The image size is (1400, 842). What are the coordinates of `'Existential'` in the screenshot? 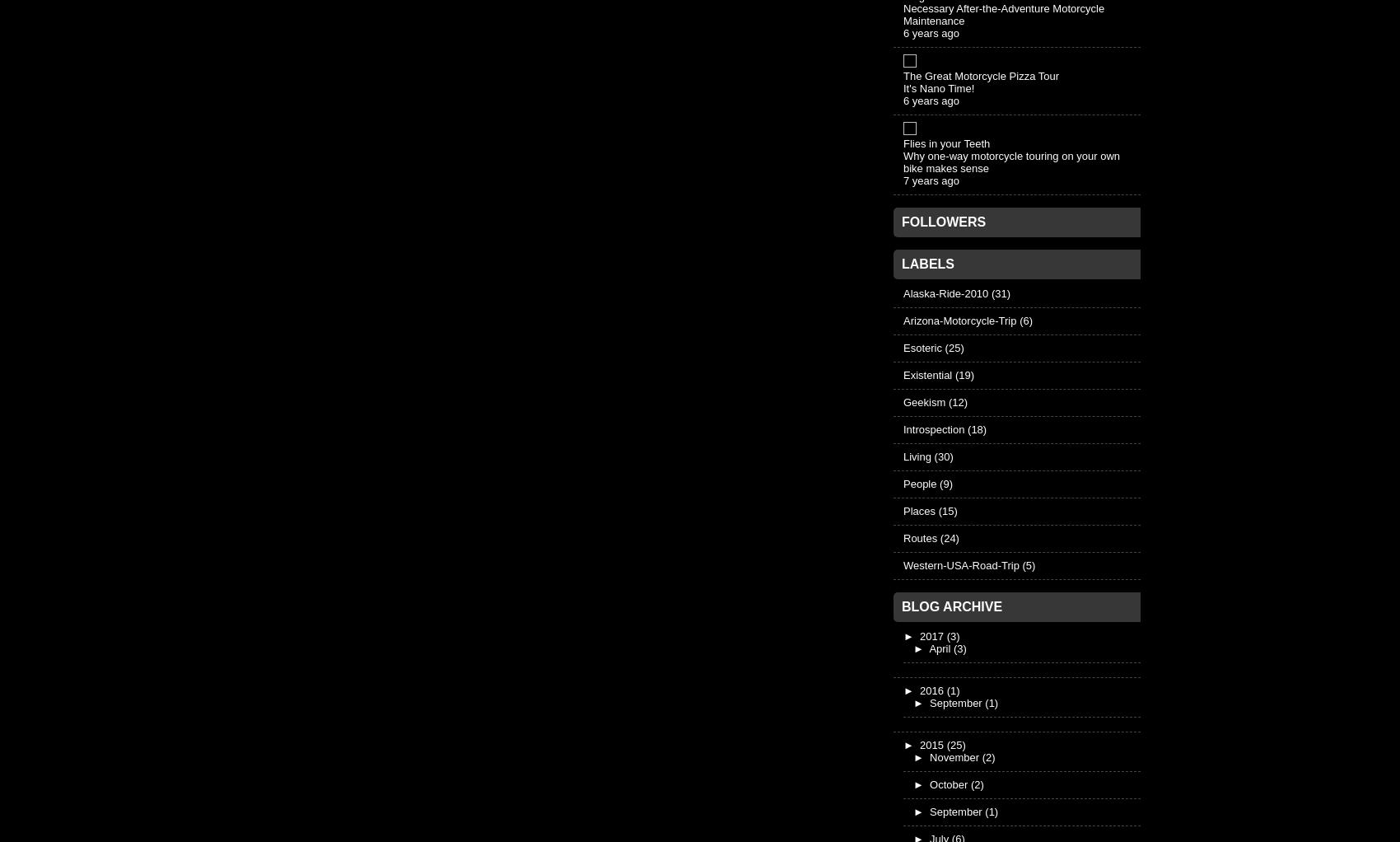 It's located at (903, 373).